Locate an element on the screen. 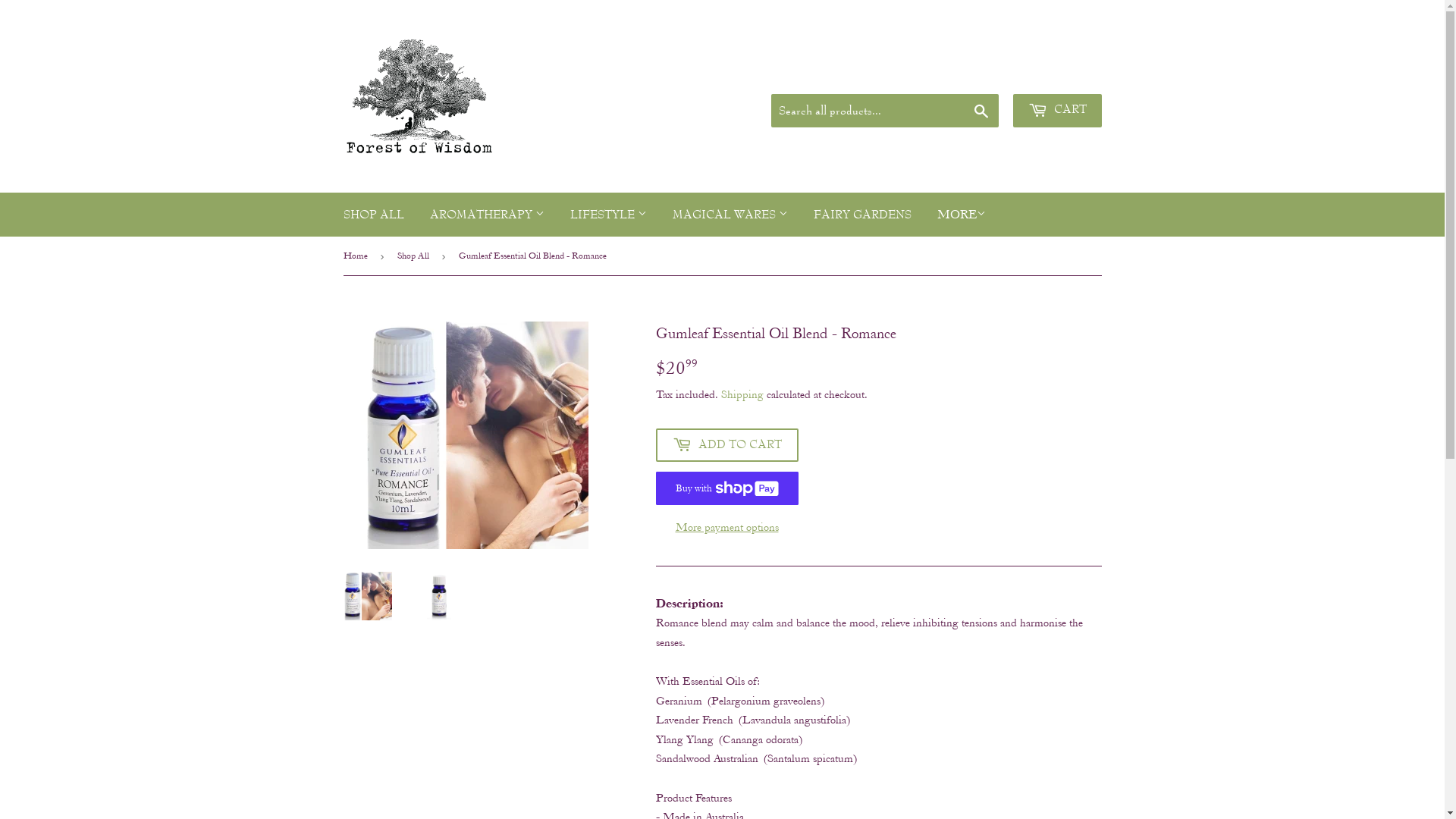 The width and height of the screenshot is (1456, 819). 'FAIRY GARDENS' is located at coordinates (801, 215).